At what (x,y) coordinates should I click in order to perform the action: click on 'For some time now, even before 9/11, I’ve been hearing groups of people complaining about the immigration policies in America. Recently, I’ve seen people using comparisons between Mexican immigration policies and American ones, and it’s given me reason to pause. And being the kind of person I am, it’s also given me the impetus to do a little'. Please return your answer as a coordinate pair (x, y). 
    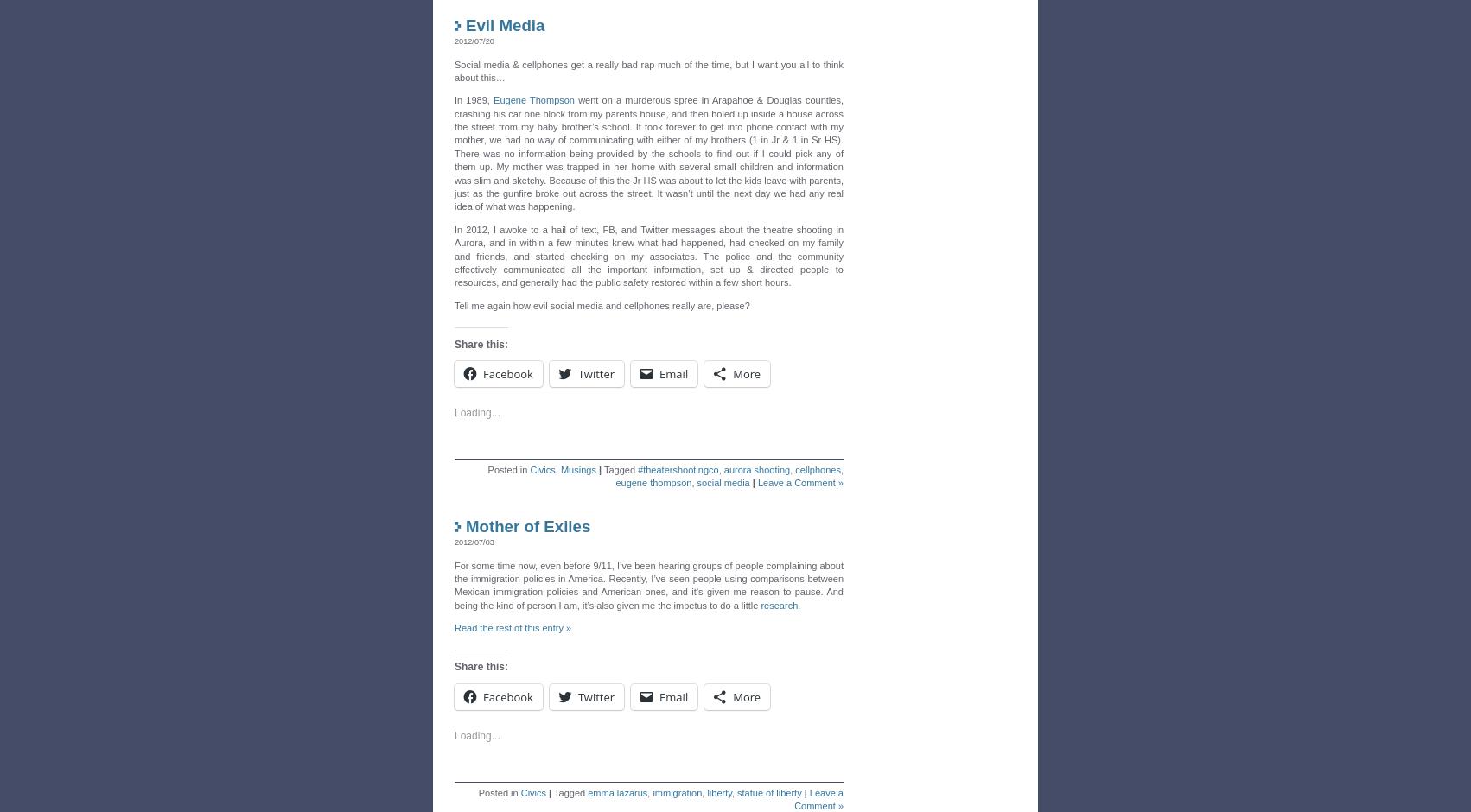
    Looking at the image, I should click on (647, 580).